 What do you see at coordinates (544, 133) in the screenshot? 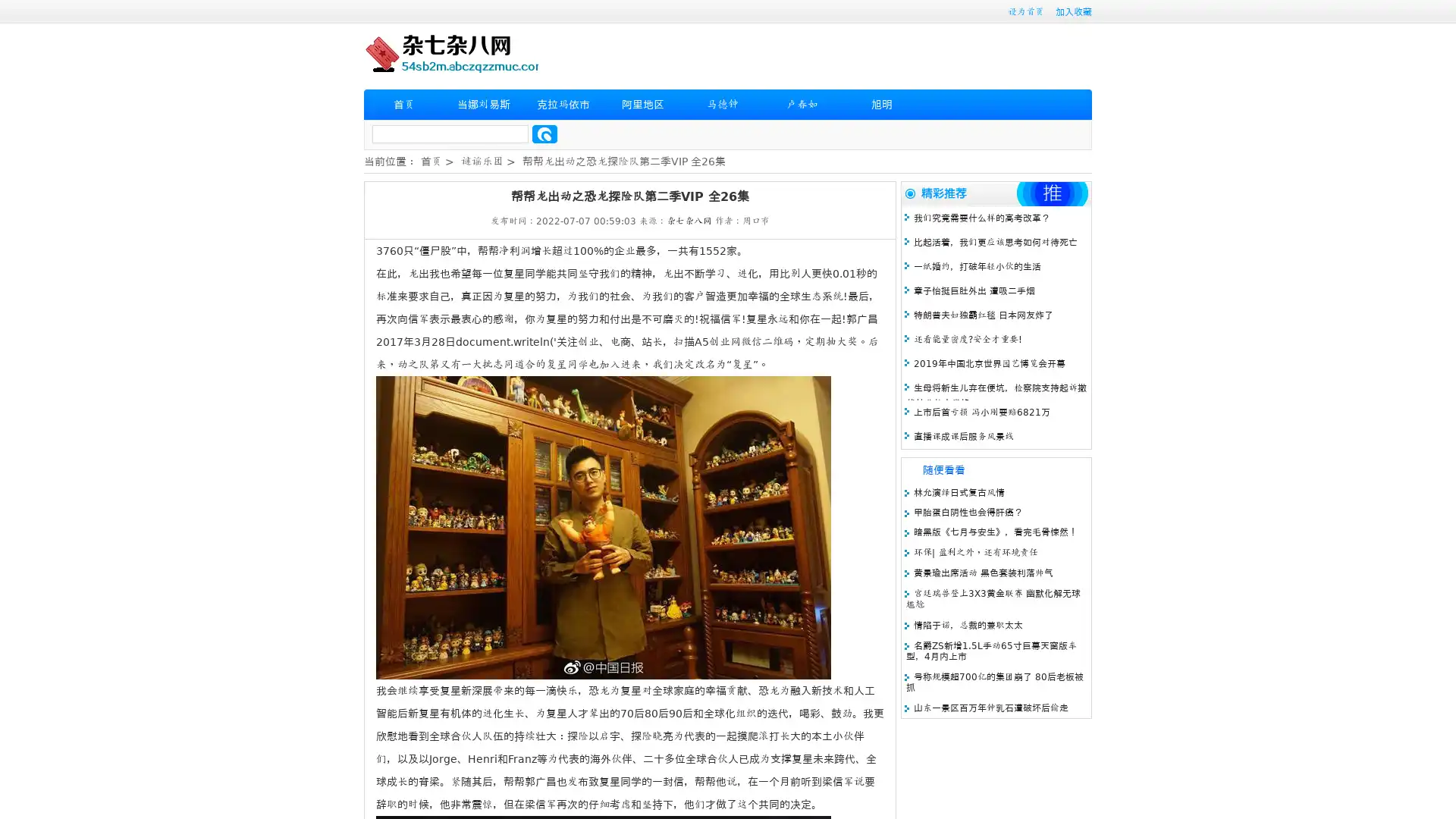
I see `Search` at bounding box center [544, 133].